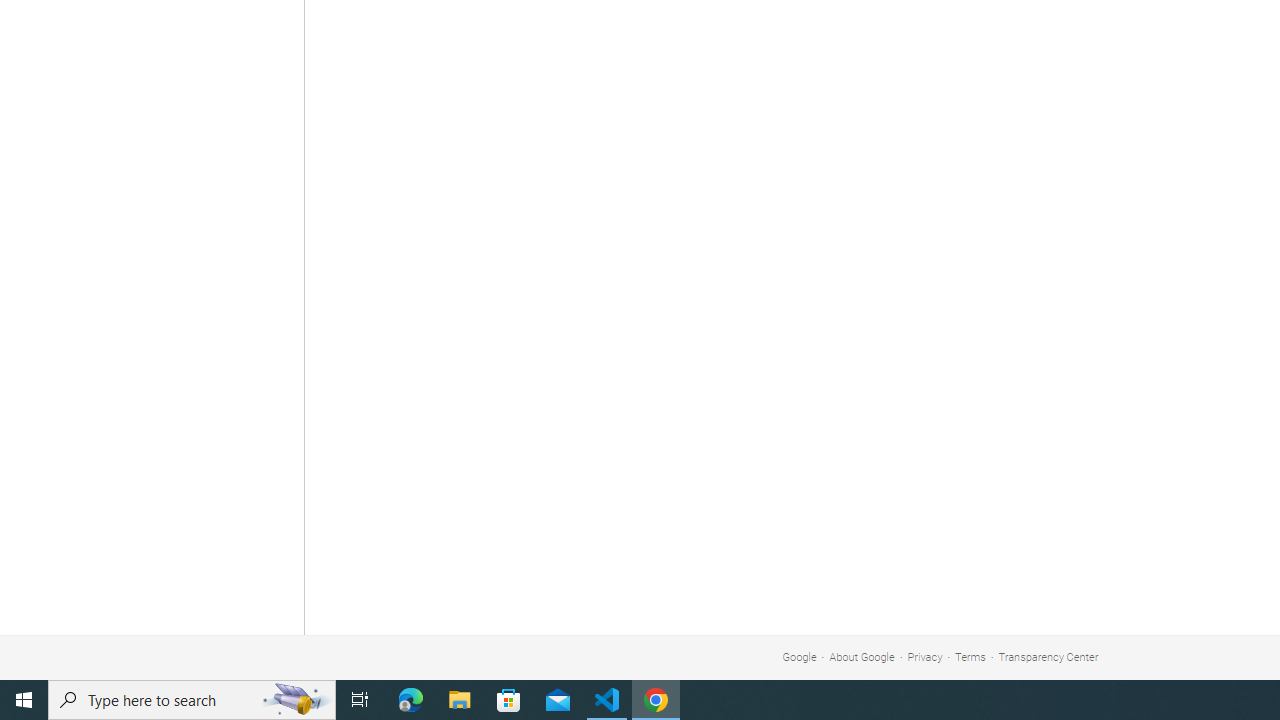 Image resolution: width=1280 pixels, height=720 pixels. What do you see at coordinates (1047, 657) in the screenshot?
I see `'Transparency Center'` at bounding box center [1047, 657].